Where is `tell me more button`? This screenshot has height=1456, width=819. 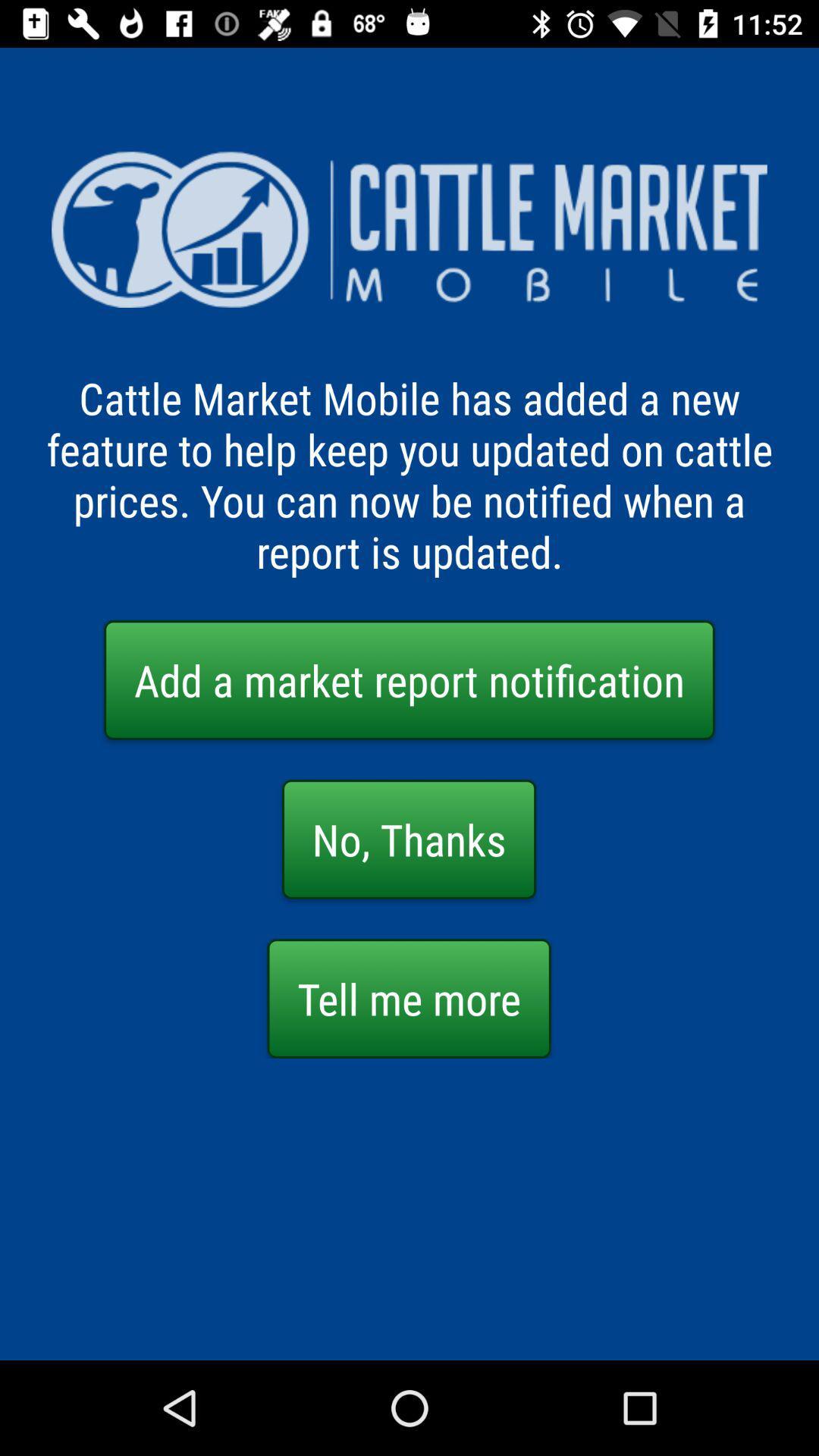
tell me more button is located at coordinates (408, 998).